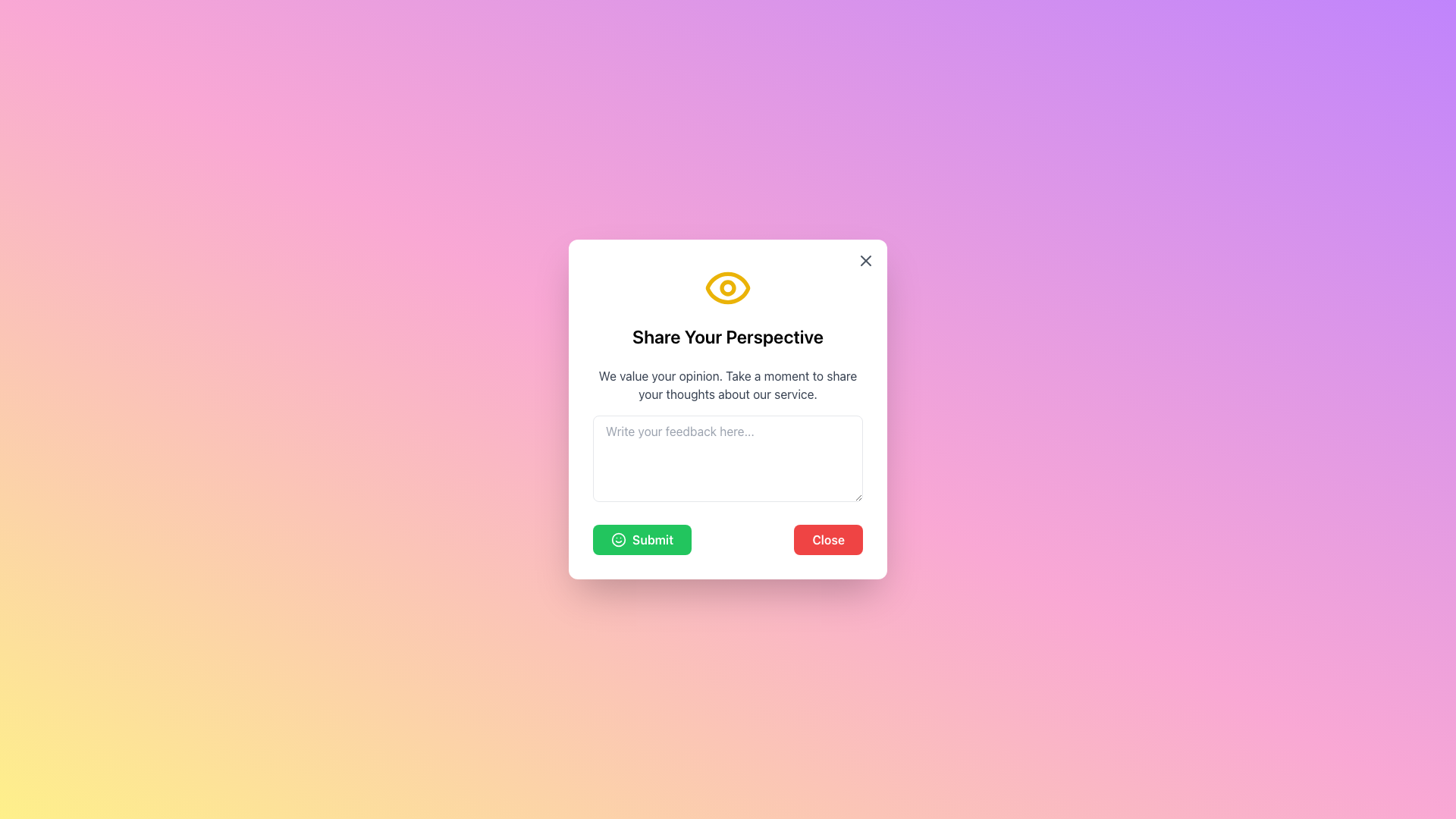  What do you see at coordinates (619, 539) in the screenshot?
I see `the smiley face icon located inside the green 'Submit' button at the bottom-left of the dialog box` at bounding box center [619, 539].